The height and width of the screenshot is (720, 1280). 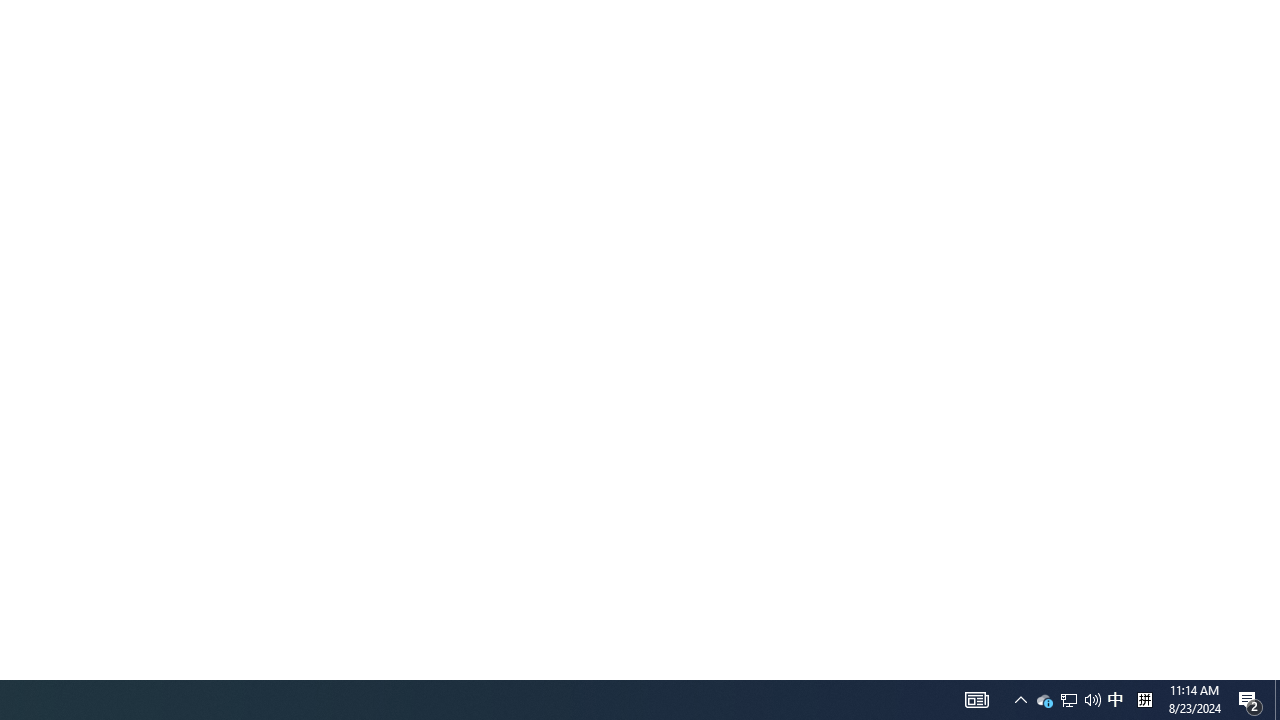 I want to click on 'AutomationID: 4105', so click(x=977, y=698).